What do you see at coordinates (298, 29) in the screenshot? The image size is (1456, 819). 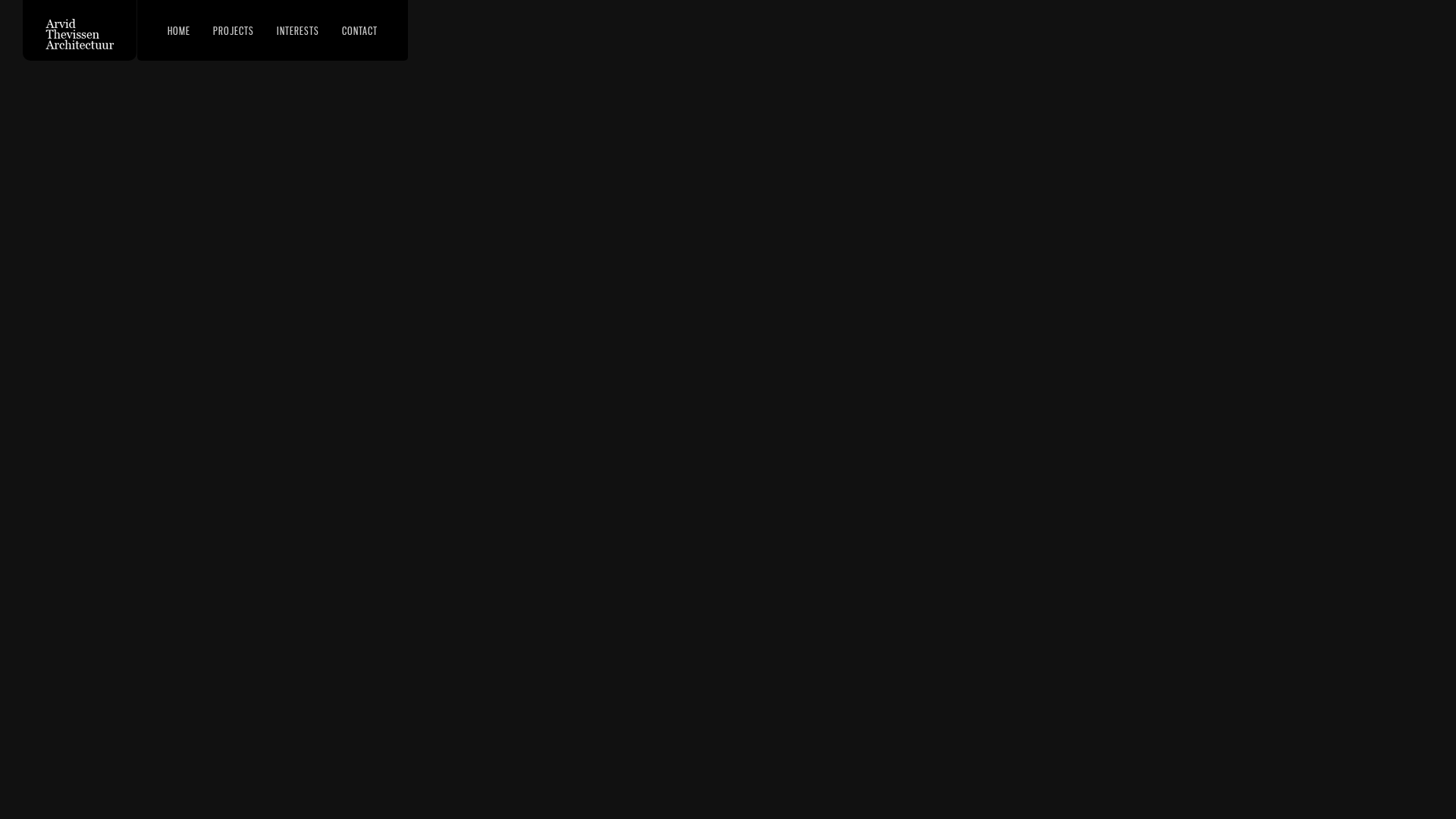 I see `'INTERESTS'` at bounding box center [298, 29].